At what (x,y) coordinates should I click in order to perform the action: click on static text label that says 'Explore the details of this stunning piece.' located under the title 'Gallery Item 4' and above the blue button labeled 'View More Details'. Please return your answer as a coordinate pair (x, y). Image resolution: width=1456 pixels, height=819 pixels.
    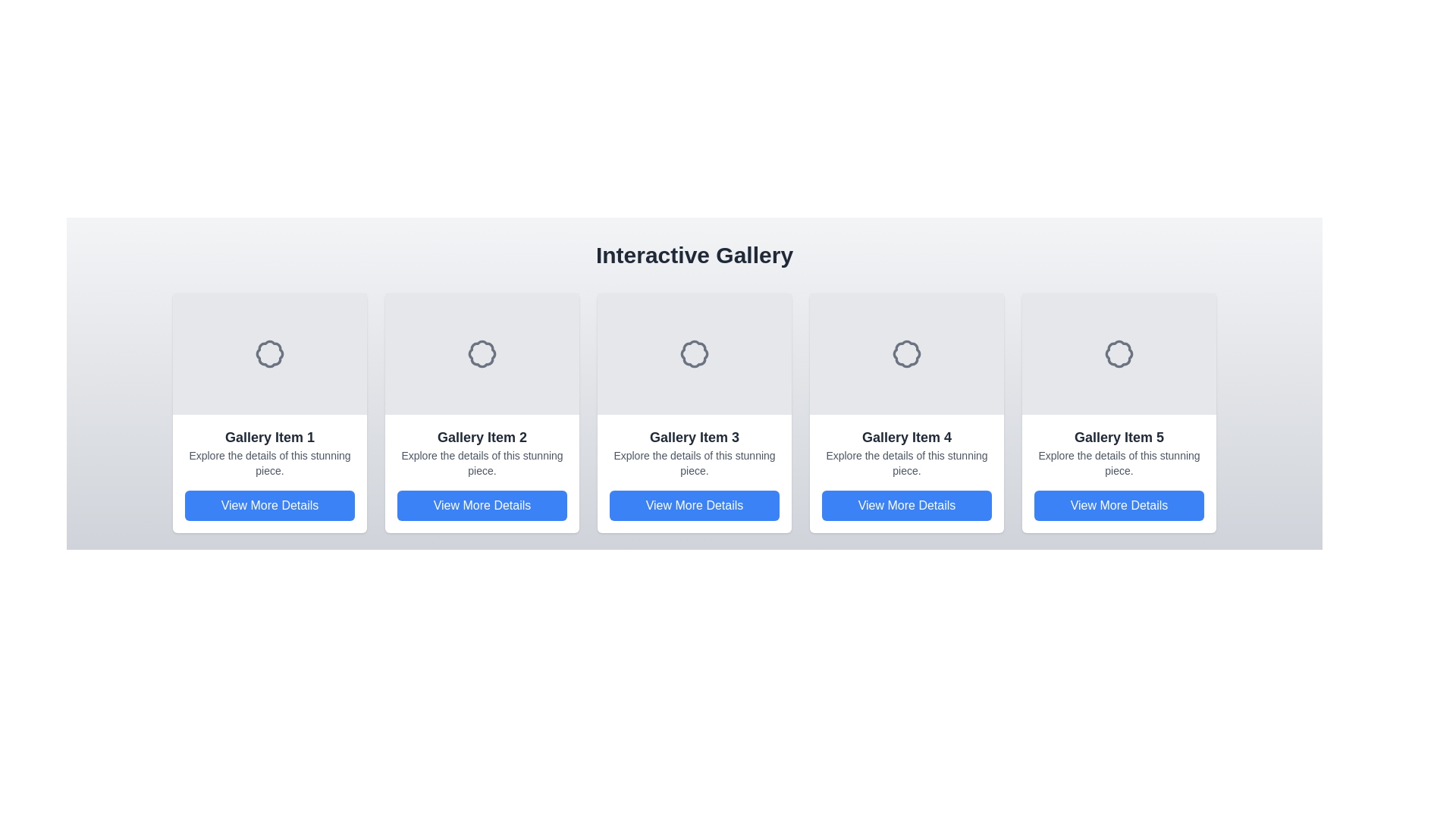
    Looking at the image, I should click on (906, 462).